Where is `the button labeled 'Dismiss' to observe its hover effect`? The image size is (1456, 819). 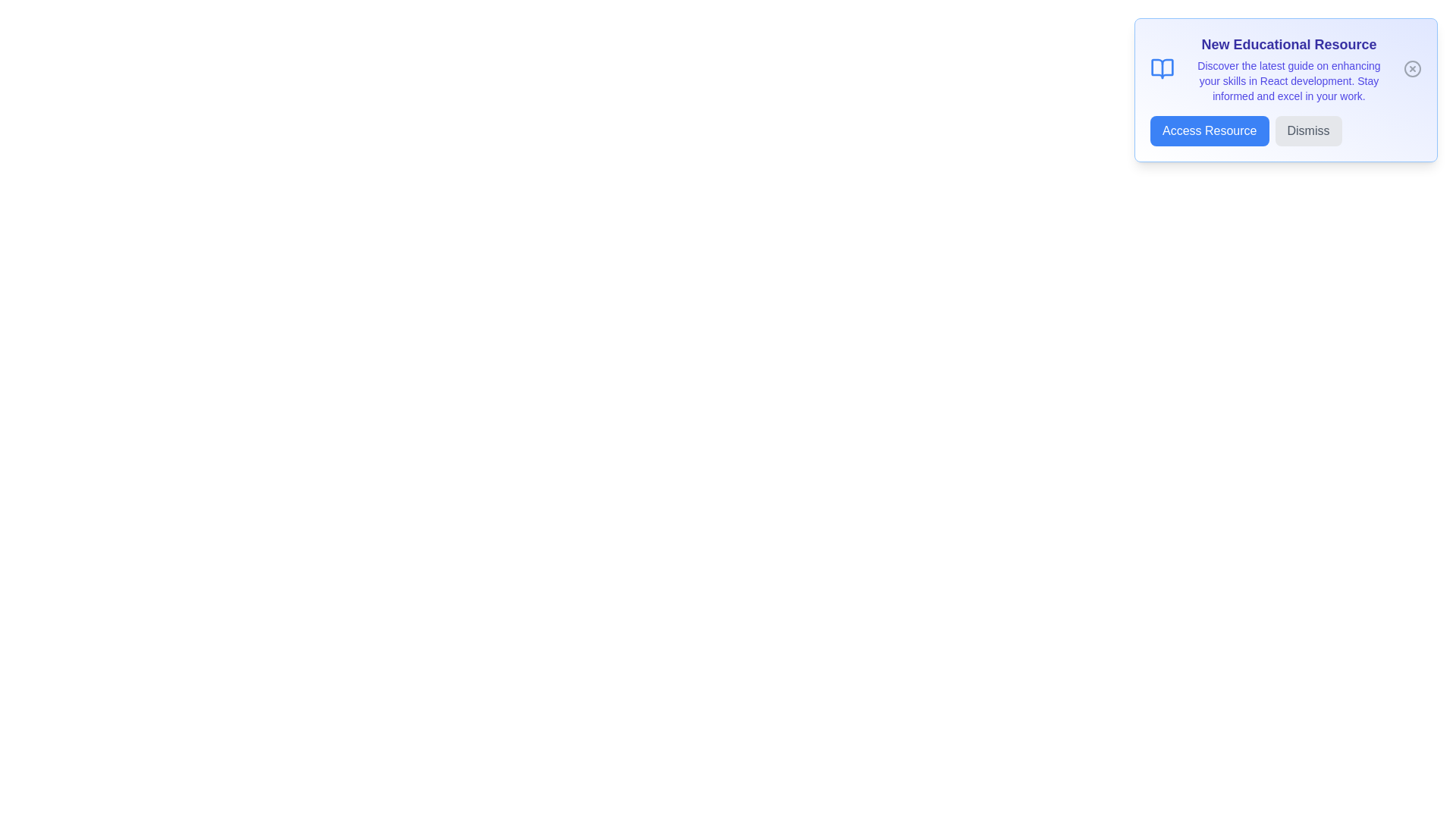
the button labeled 'Dismiss' to observe its hover effect is located at coordinates (1307, 130).